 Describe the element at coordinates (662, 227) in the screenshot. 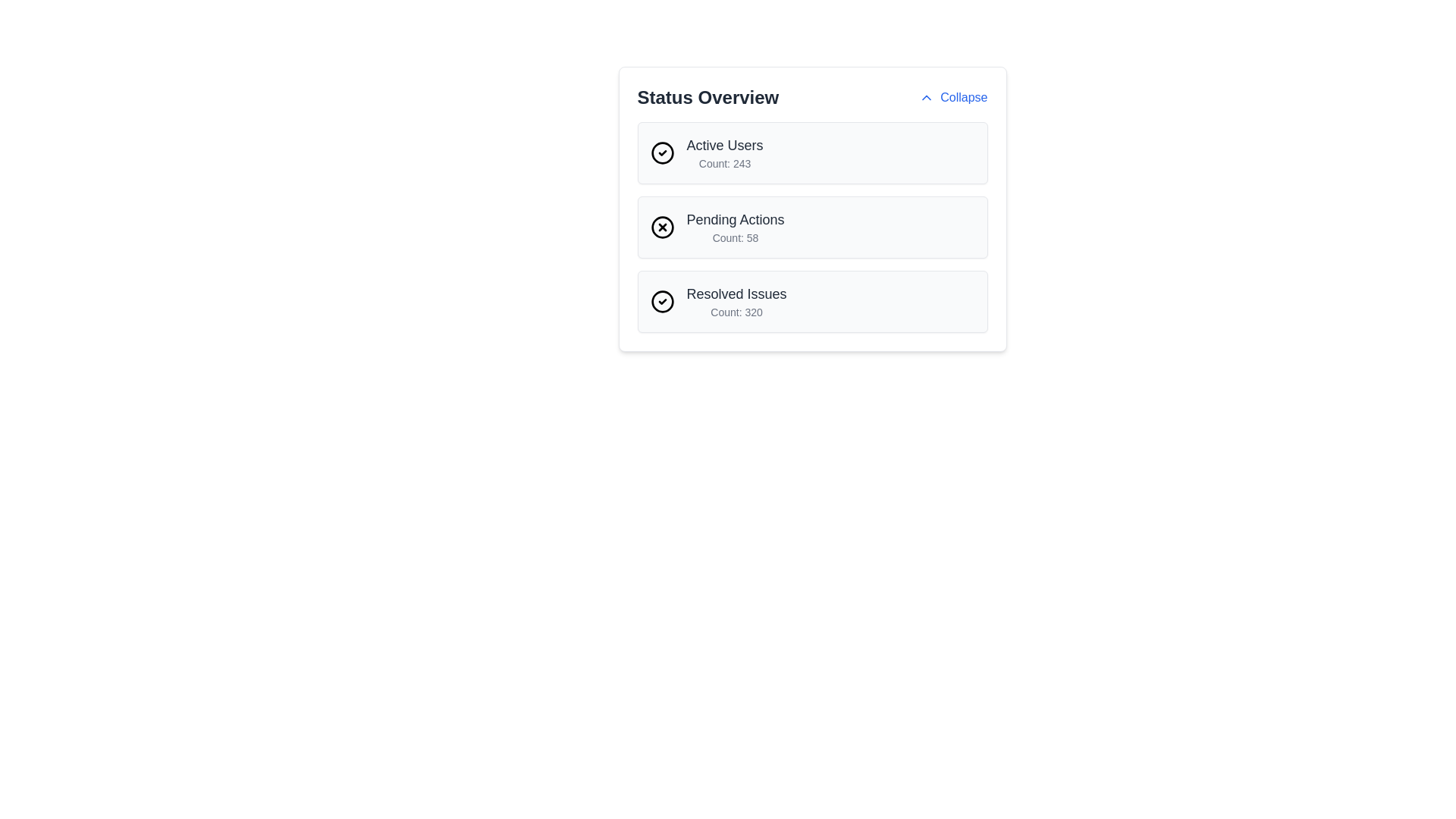

I see `the circular icon representing an issue or alert next to the 'Pending Actions' label in the 'Status Overview' dashboard widget` at that location.